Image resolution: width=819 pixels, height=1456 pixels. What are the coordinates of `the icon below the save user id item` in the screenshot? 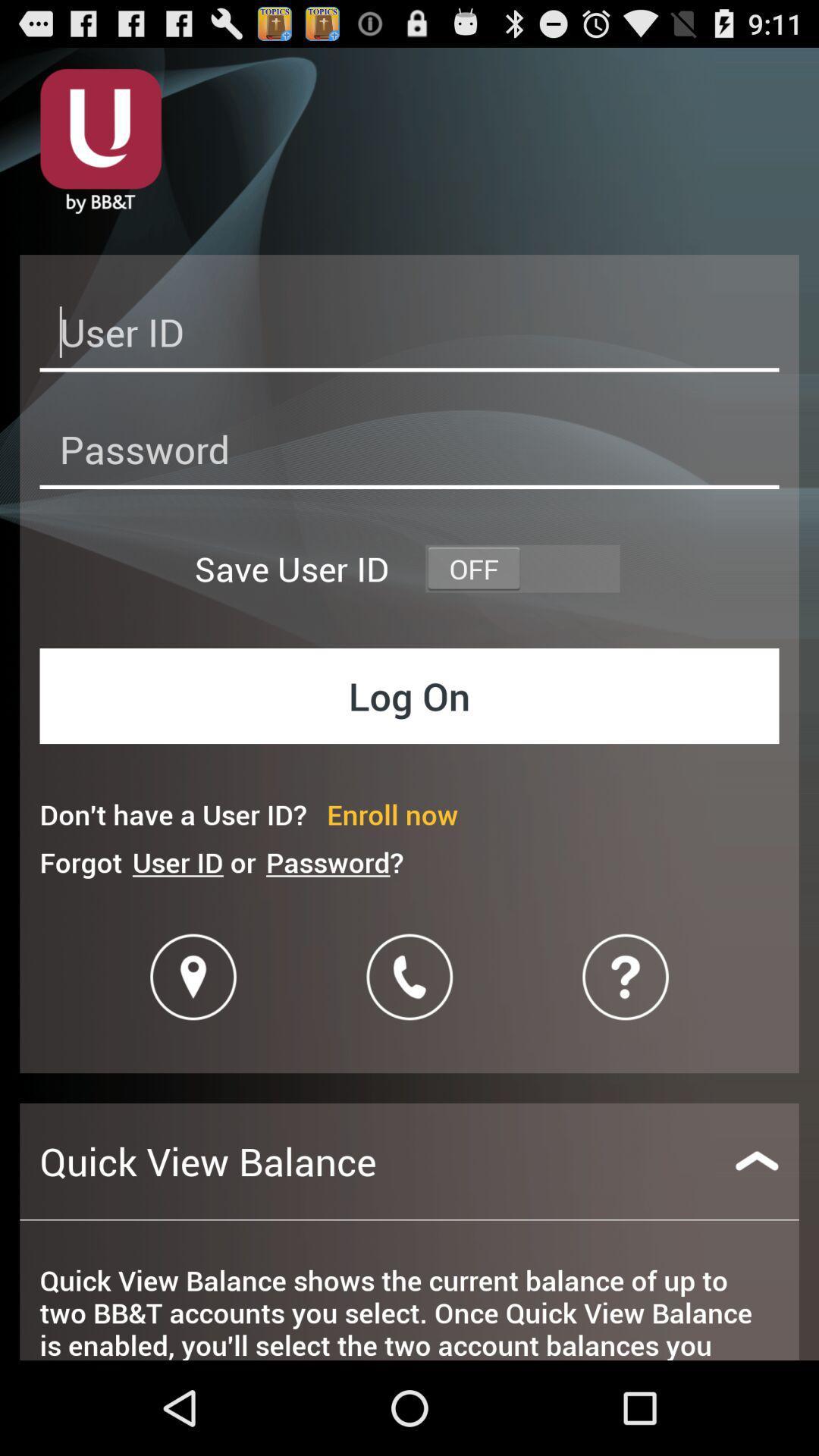 It's located at (409, 695).